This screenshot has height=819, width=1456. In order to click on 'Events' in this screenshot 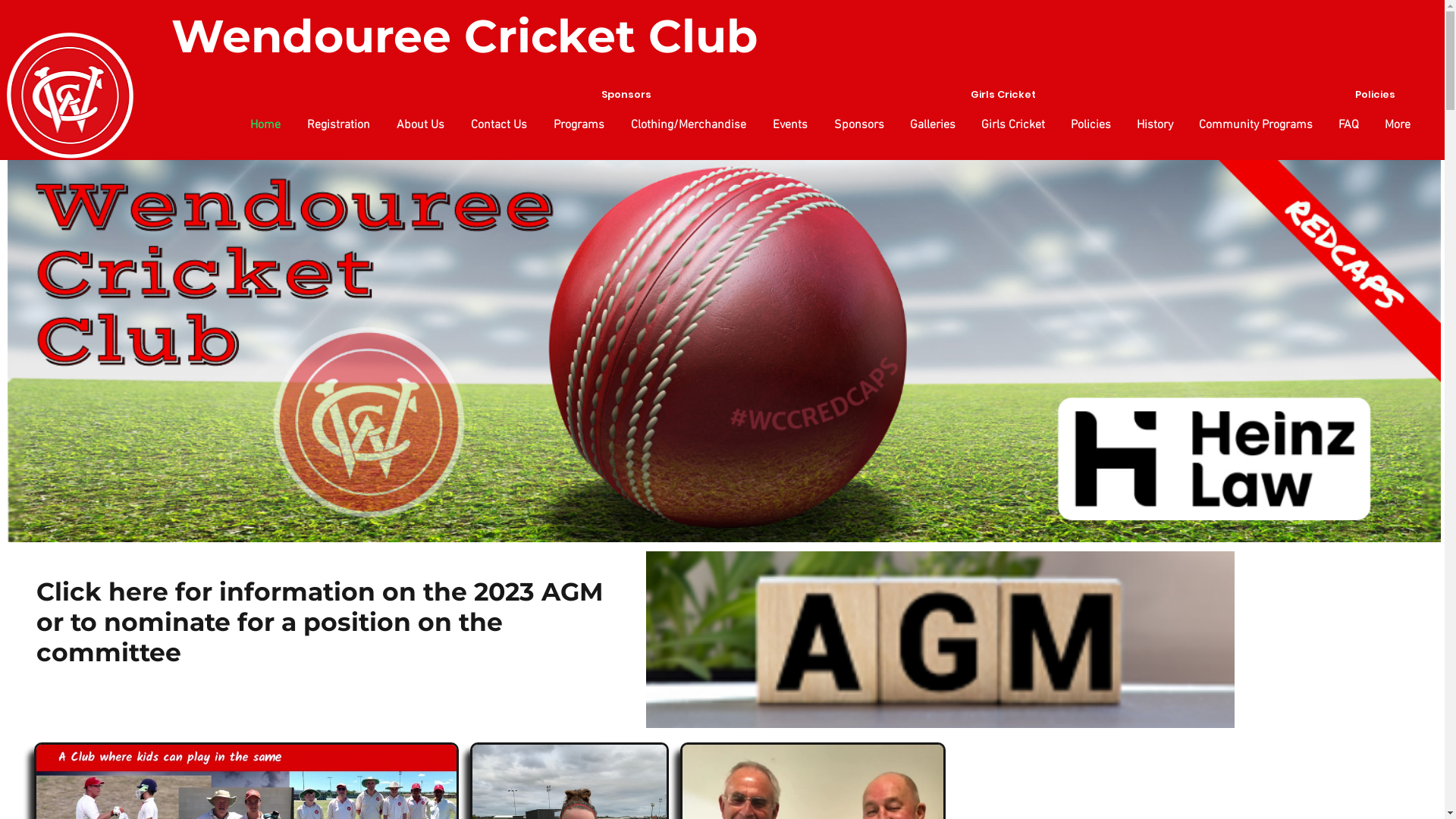, I will do `click(757, 124)`.